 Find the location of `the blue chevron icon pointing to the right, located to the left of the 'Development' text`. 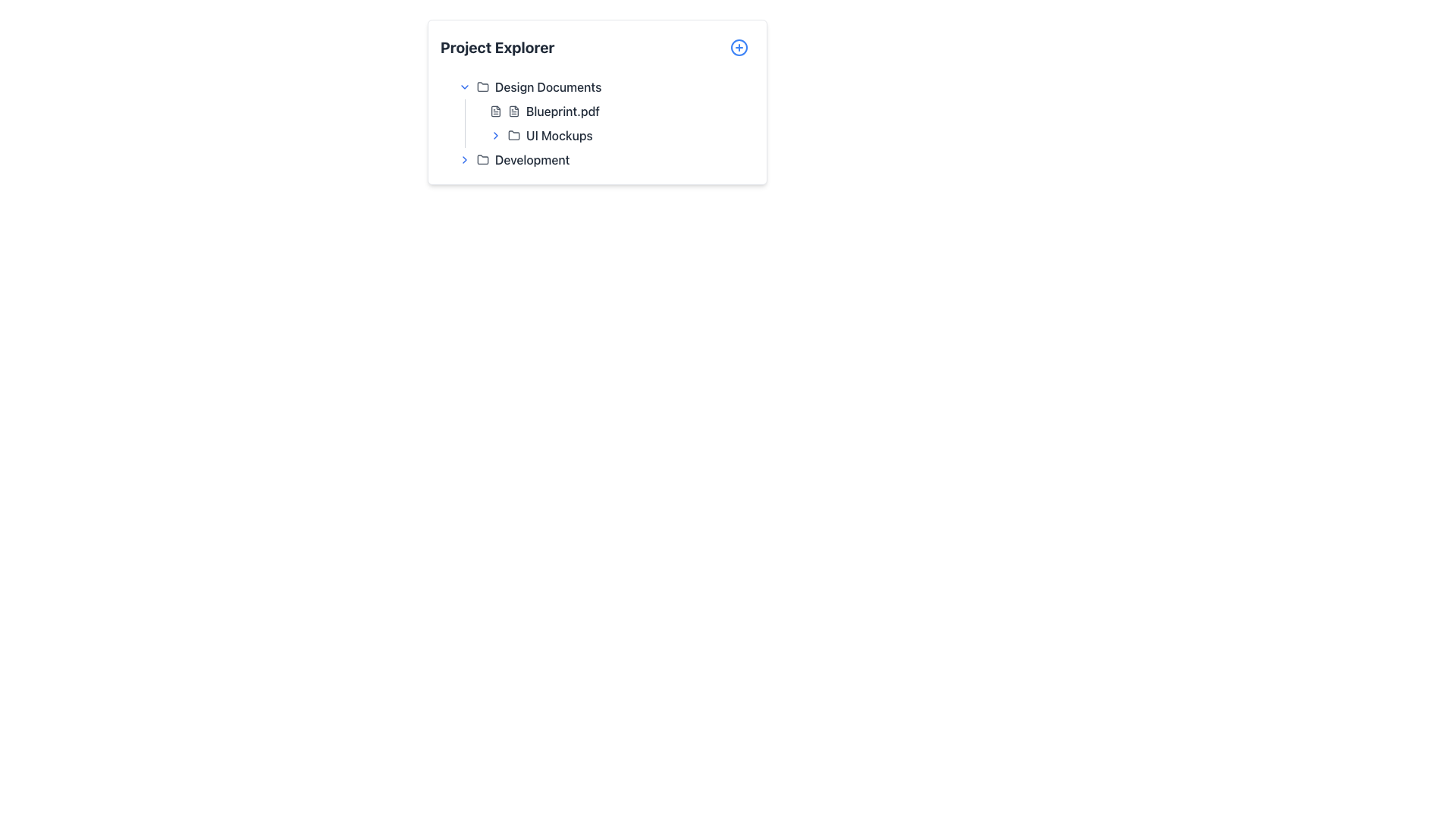

the blue chevron icon pointing to the right, located to the left of the 'Development' text is located at coordinates (464, 160).